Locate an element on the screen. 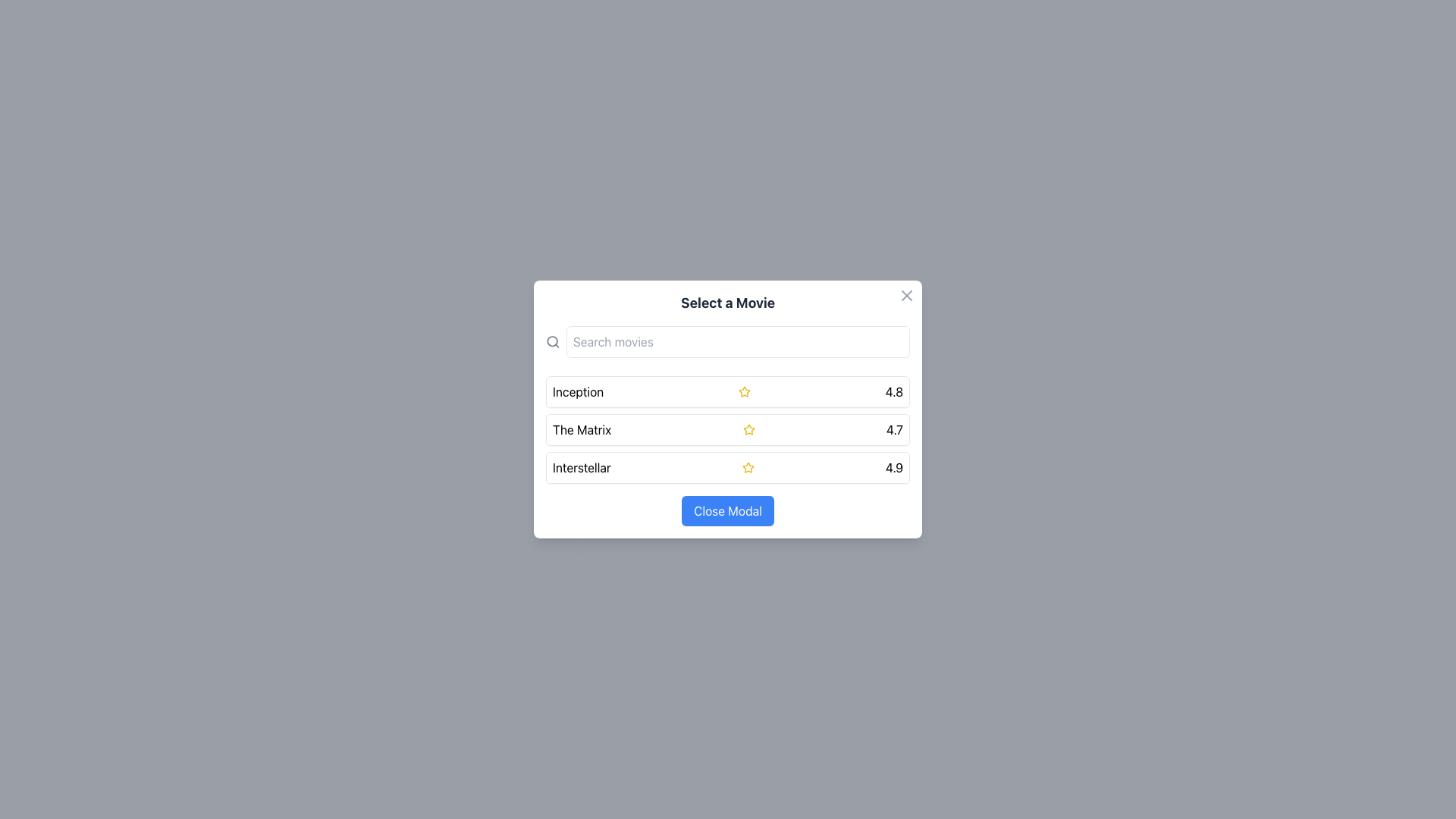 The width and height of the screenshot is (1456, 819). the star icon that represents the rating for the movie 'Inception', located between the movie name and its rating is located at coordinates (744, 391).